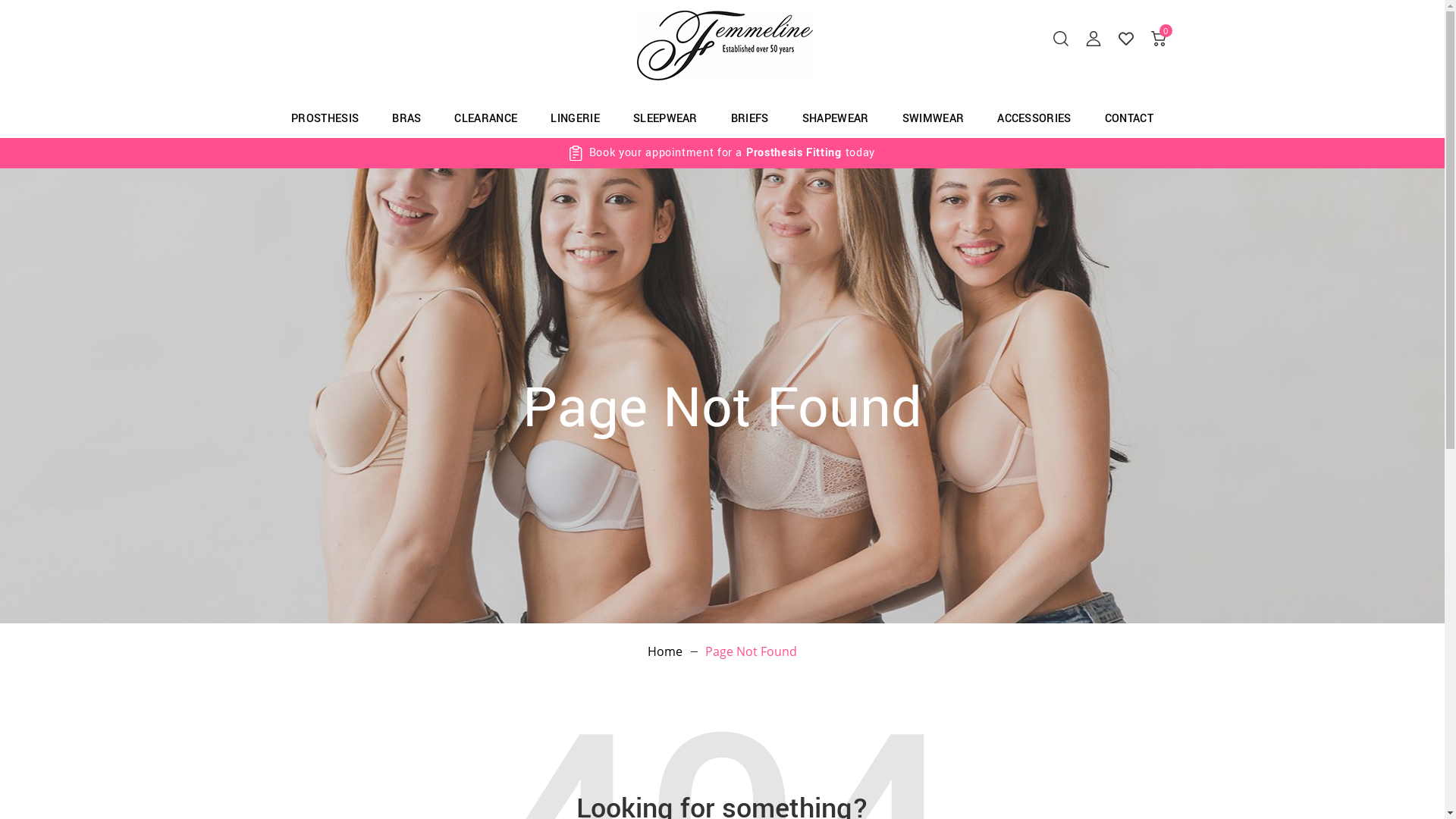 The image size is (1456, 819). Describe the element at coordinates (666, 152) in the screenshot. I see `'Book your appointment for a'` at that location.